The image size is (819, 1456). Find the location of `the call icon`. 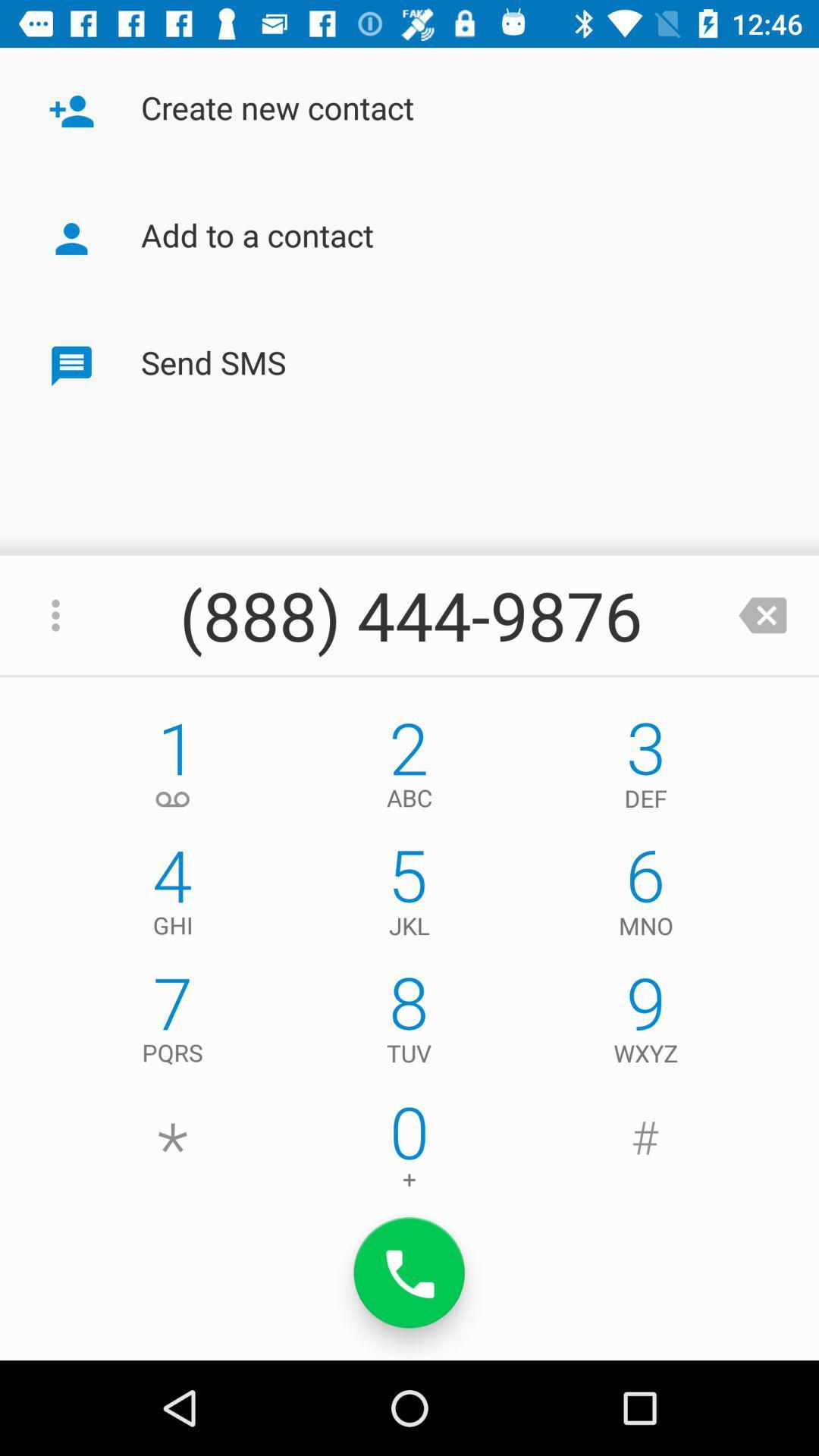

the call icon is located at coordinates (409, 1272).